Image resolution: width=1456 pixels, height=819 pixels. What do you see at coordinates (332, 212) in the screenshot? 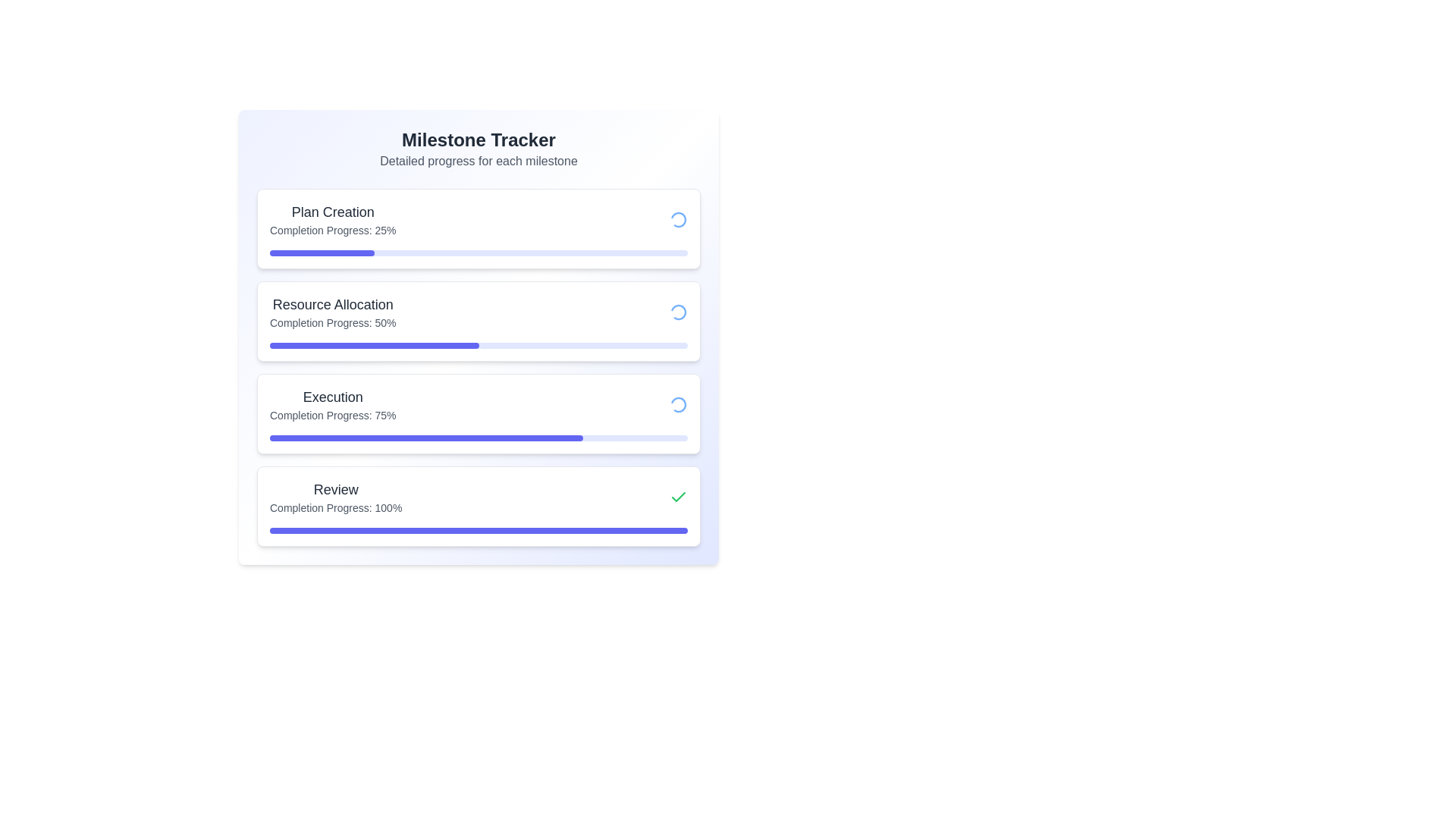
I see `the text label displaying 'Plan Creation', which is located in the top card of the milestone tracking sections` at bounding box center [332, 212].